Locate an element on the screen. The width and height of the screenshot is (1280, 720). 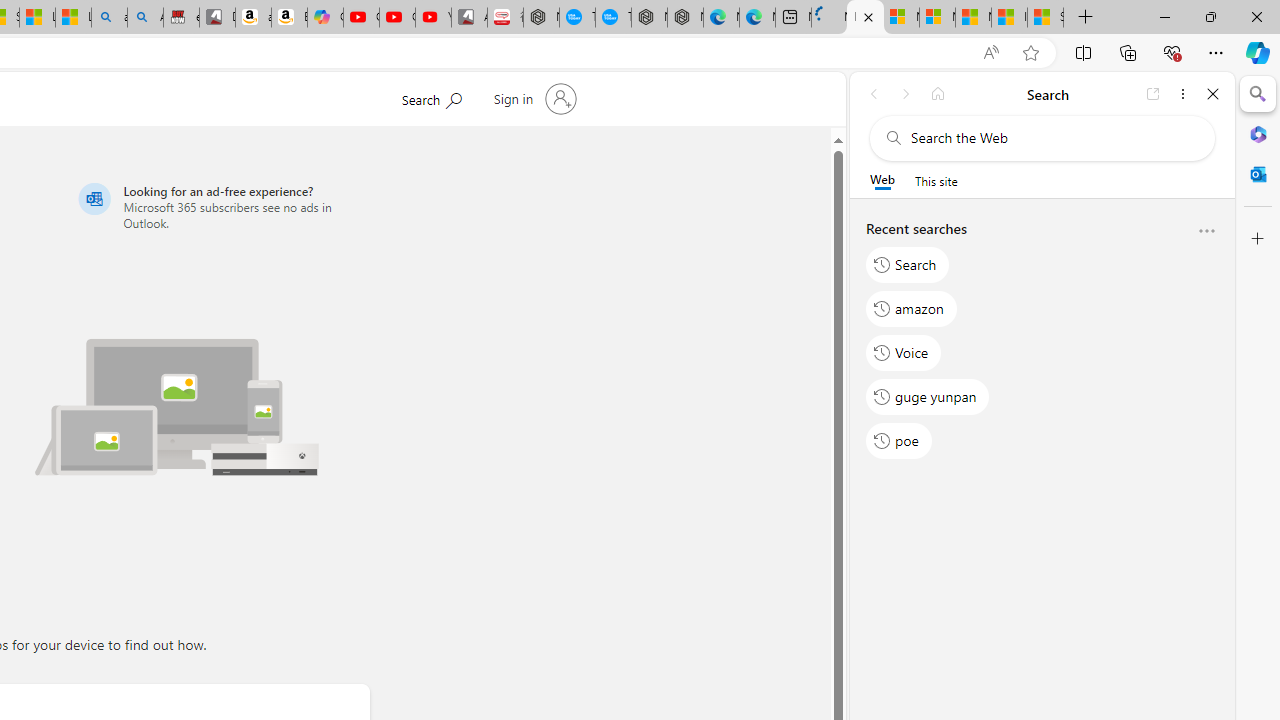
'Microsoft account | Privacy' is located at coordinates (936, 17).